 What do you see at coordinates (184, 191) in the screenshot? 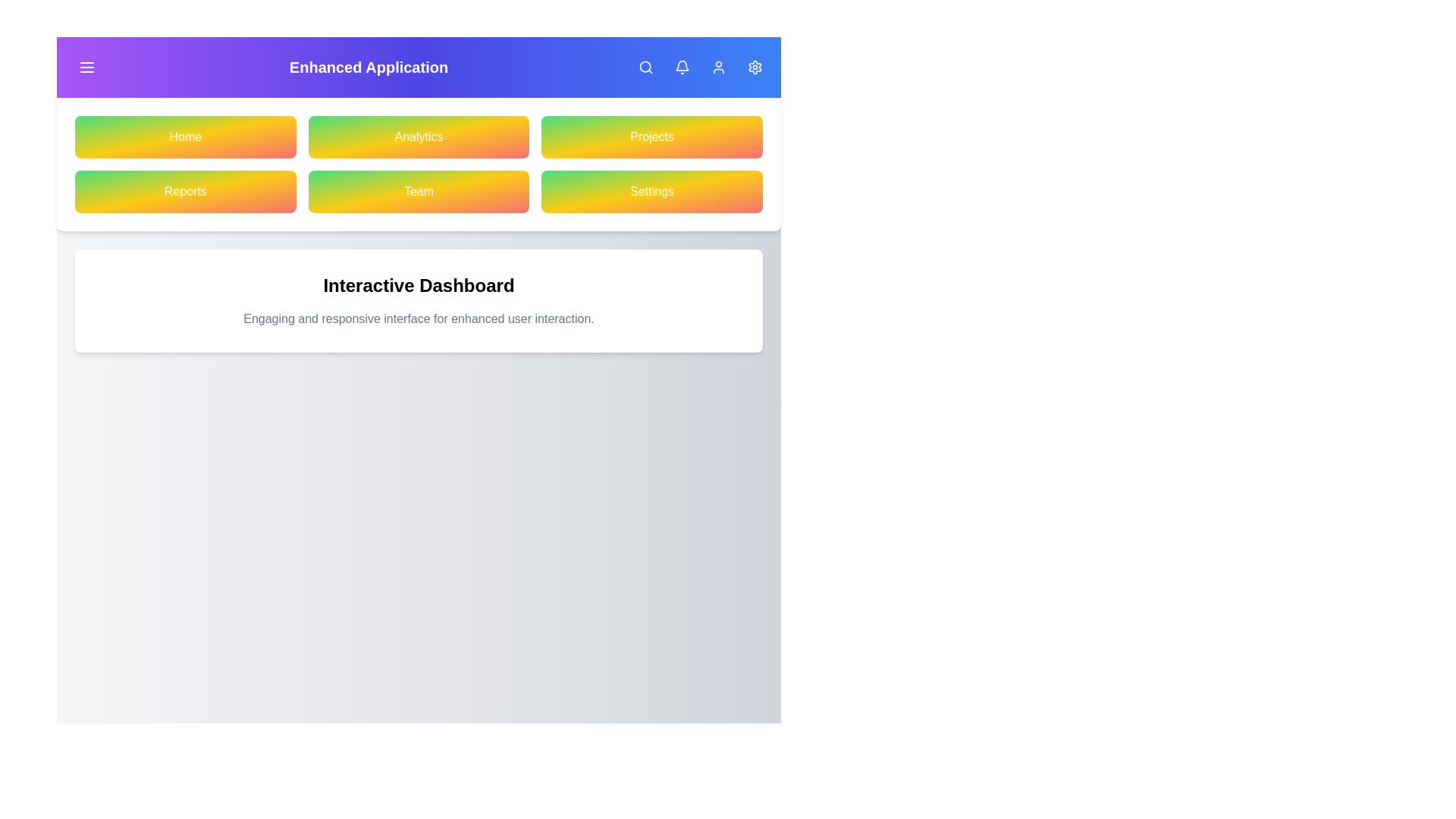
I see `the navigation button labeled Reports` at bounding box center [184, 191].